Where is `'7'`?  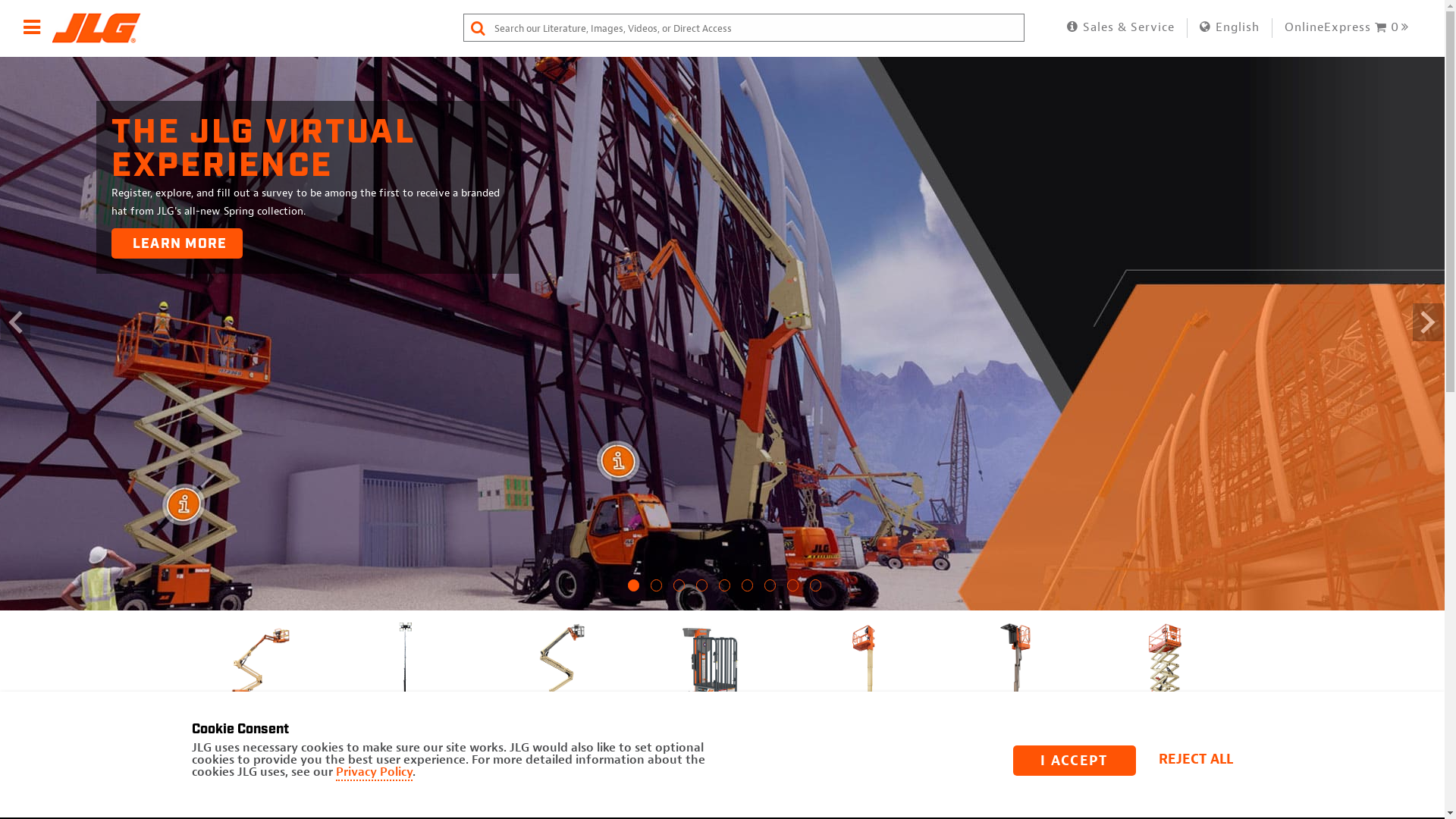 '7' is located at coordinates (770, 590).